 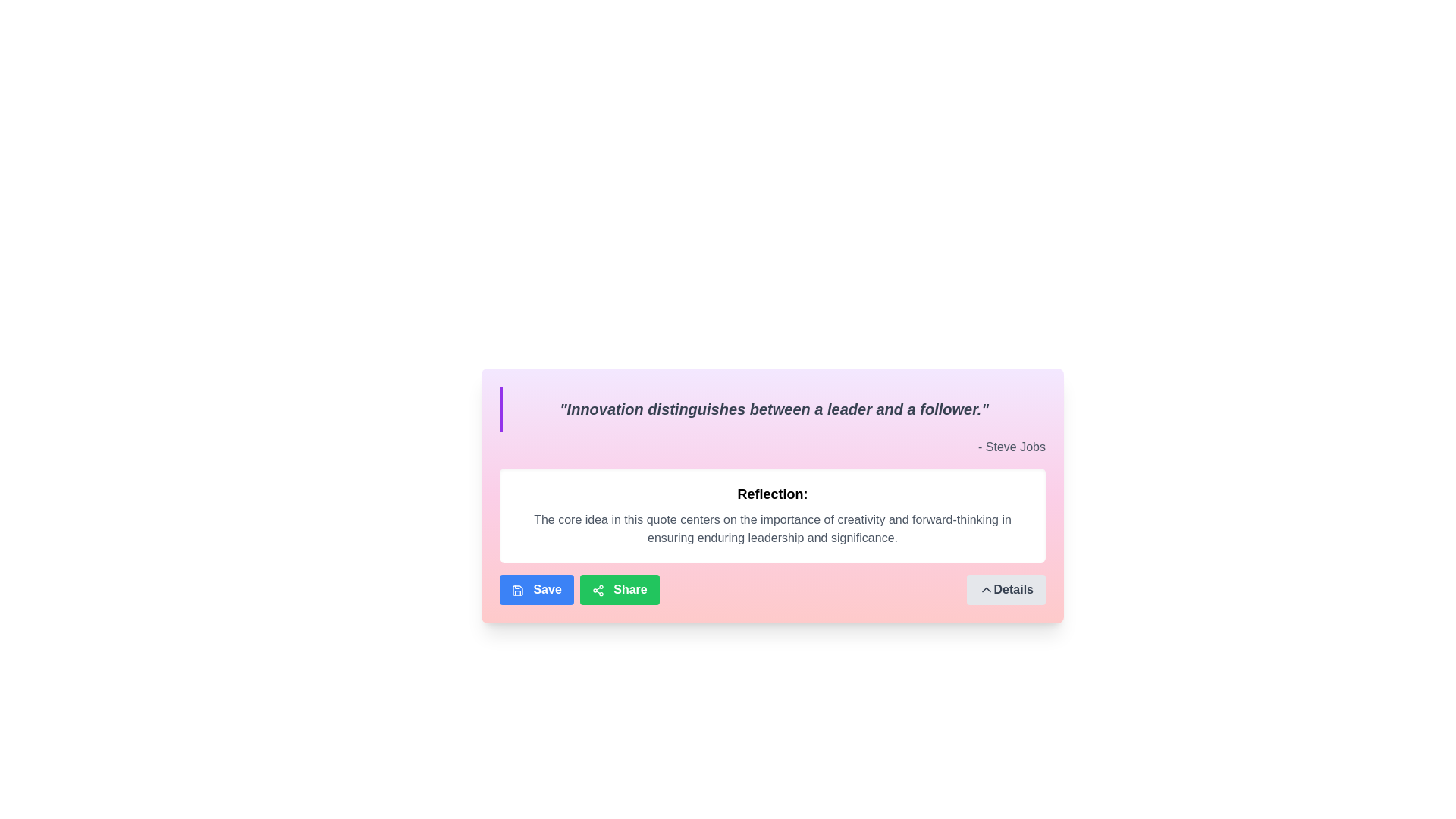 I want to click on the icon resembling three interconnected circles, which is positioned to the left of the green 'Share' button, serving as a visual anchor for the button's functionality, so click(x=597, y=589).